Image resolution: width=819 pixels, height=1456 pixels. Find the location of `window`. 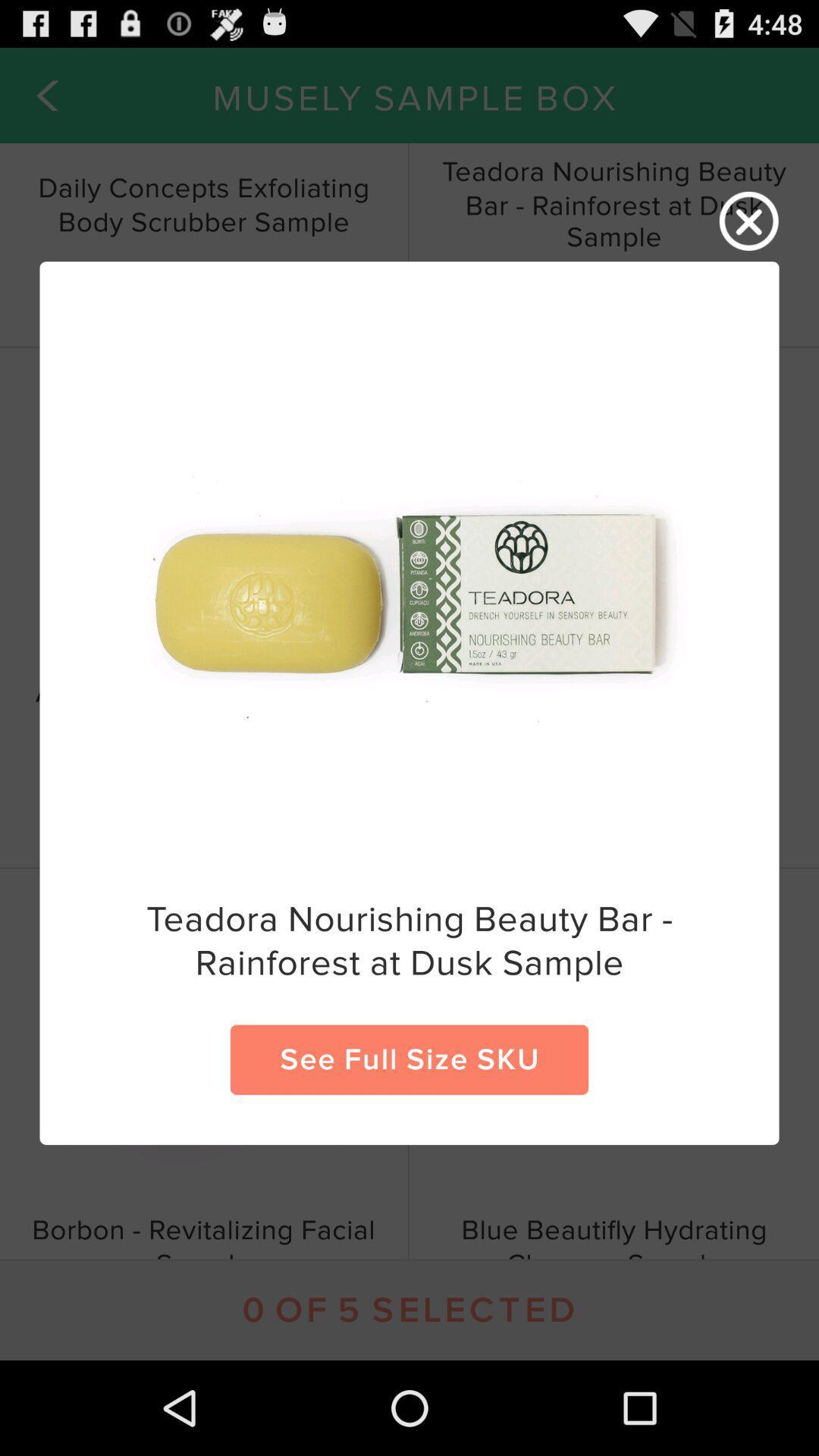

window is located at coordinates (748, 221).